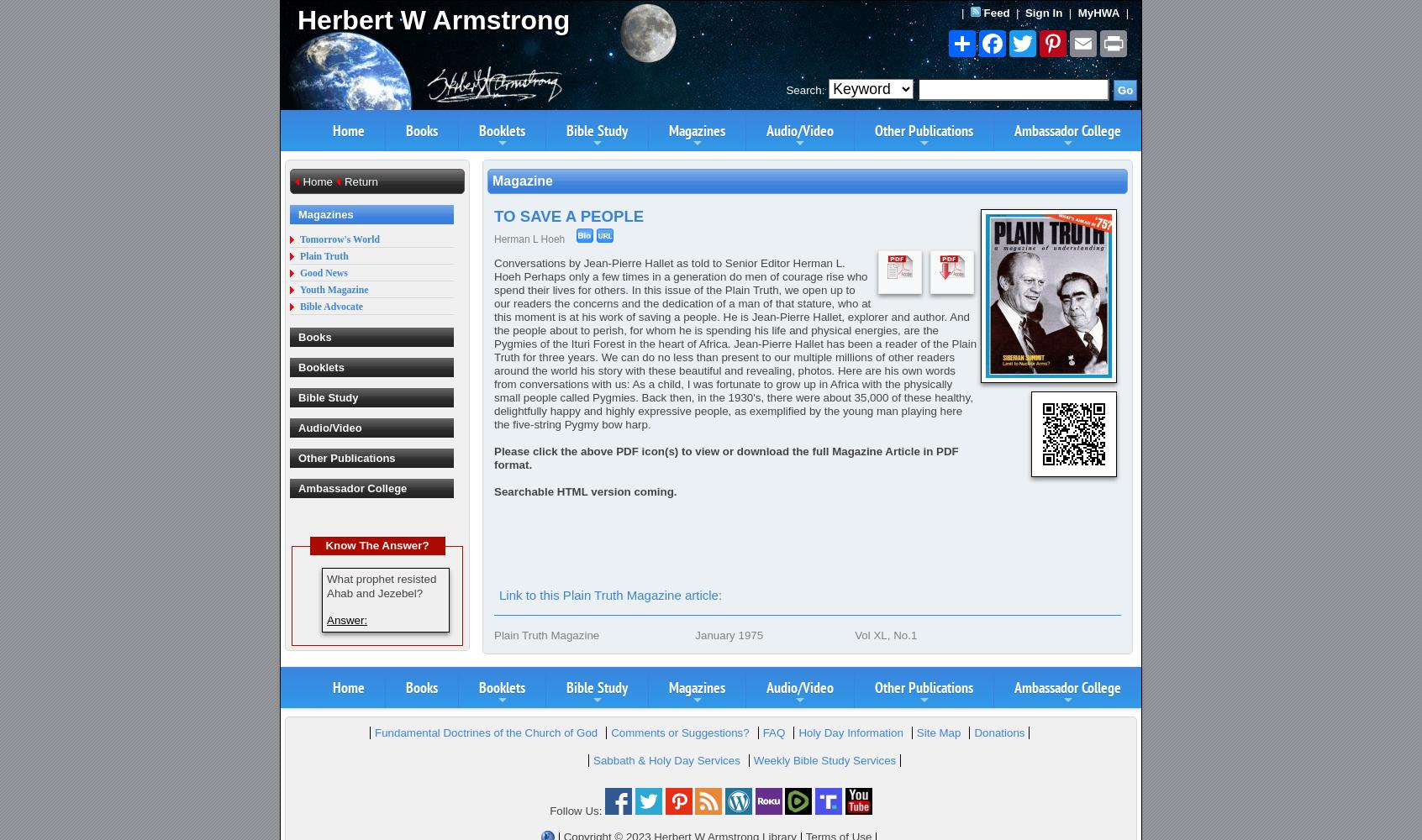  I want to click on 'Herman L Hoeh', so click(492, 239).